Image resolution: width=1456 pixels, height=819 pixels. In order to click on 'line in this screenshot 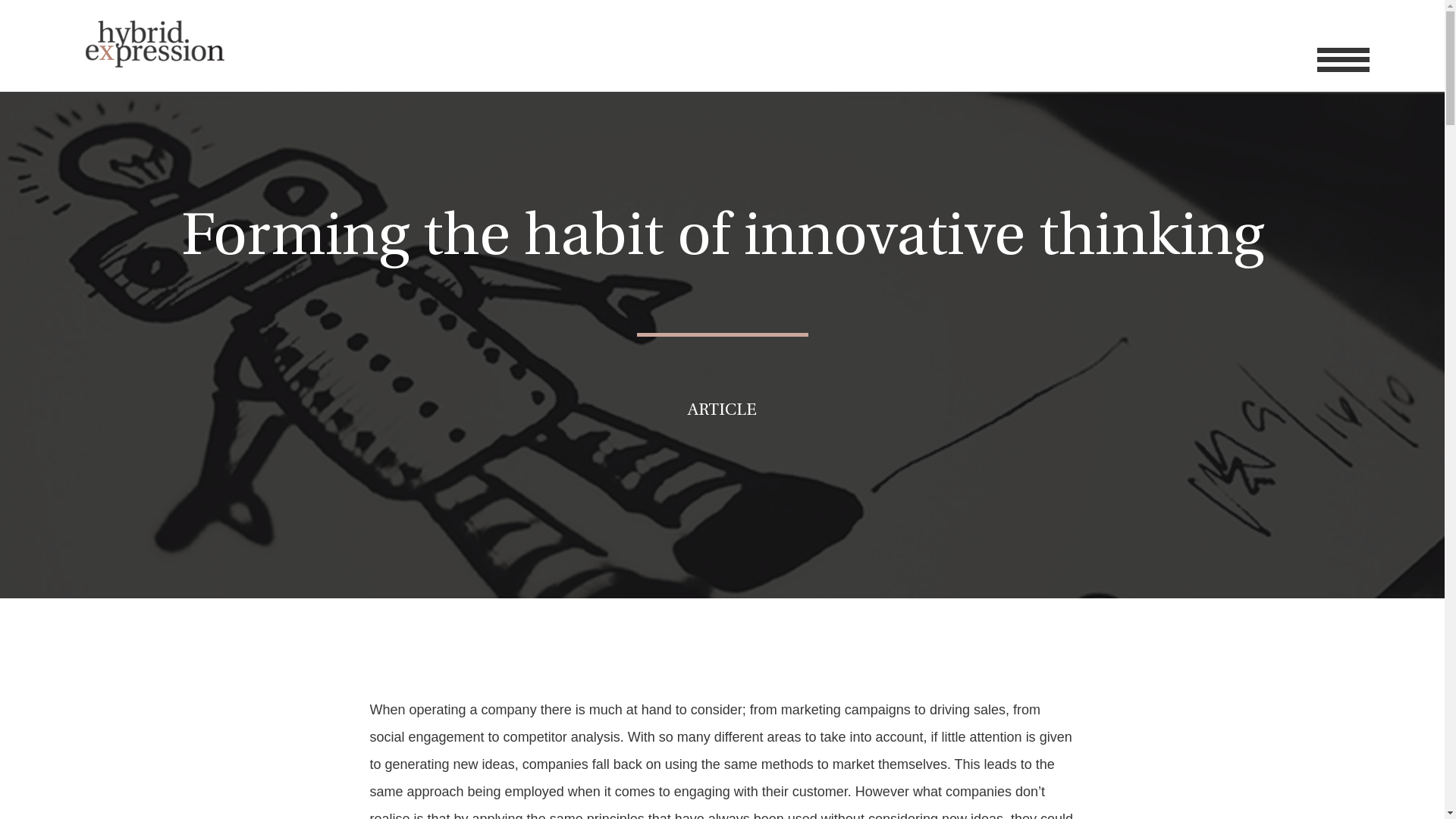, I will do `click(1316, 58)`.